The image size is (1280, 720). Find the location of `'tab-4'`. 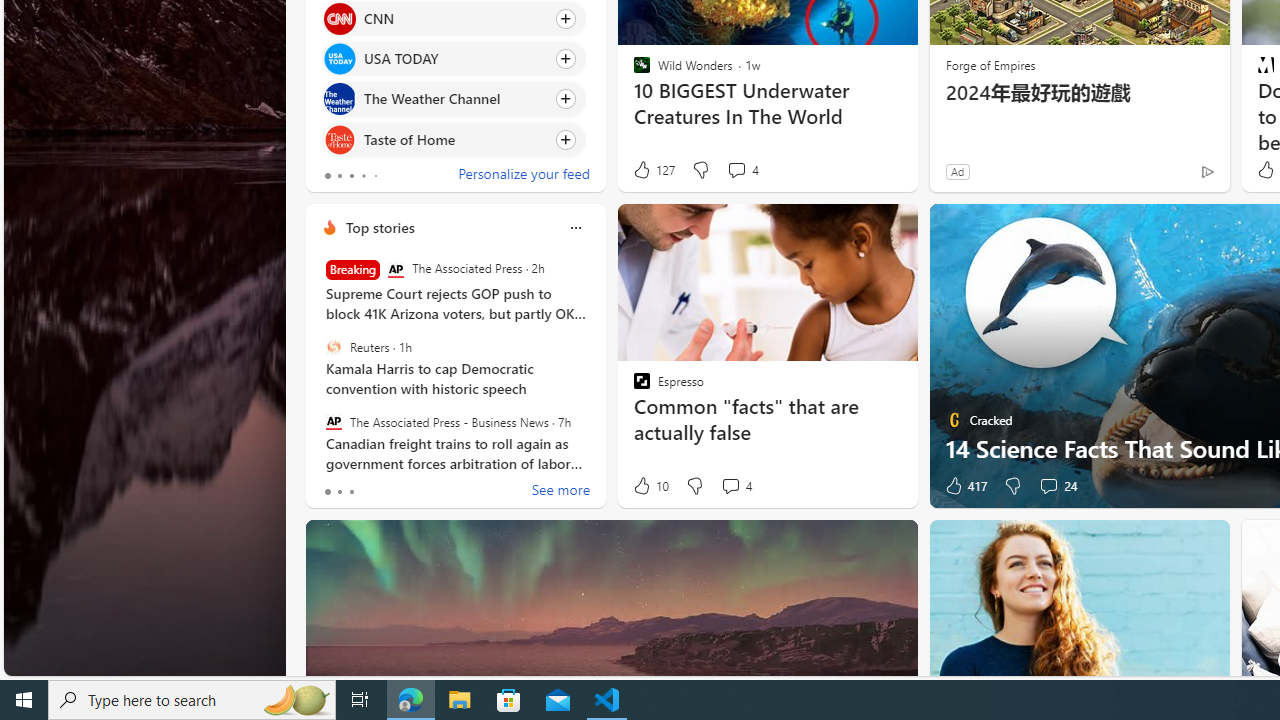

'tab-4' is located at coordinates (375, 175).